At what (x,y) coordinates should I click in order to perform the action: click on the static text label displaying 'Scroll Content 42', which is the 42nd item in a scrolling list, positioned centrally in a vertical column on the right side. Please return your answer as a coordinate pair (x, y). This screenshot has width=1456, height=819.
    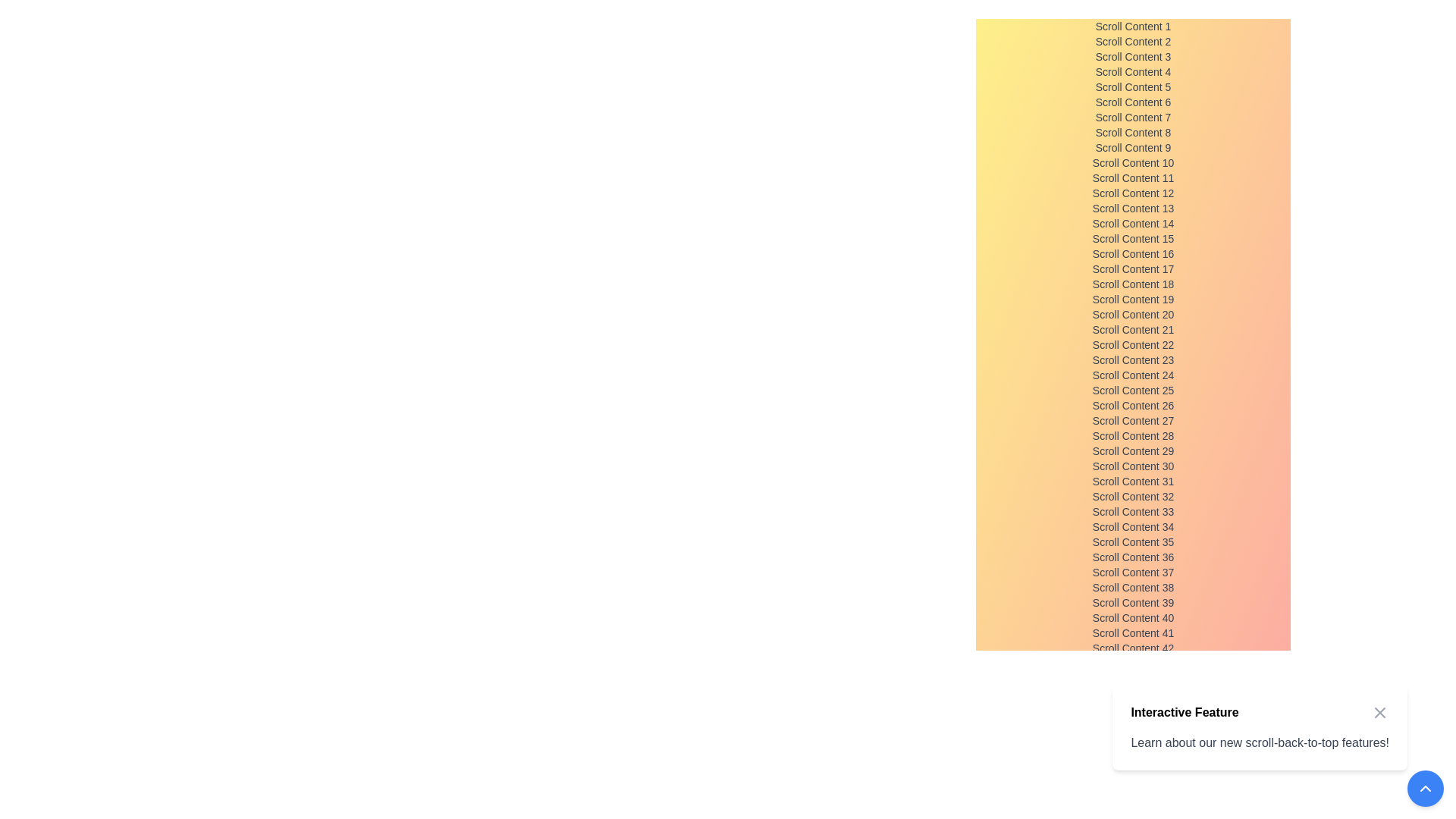
    Looking at the image, I should click on (1133, 648).